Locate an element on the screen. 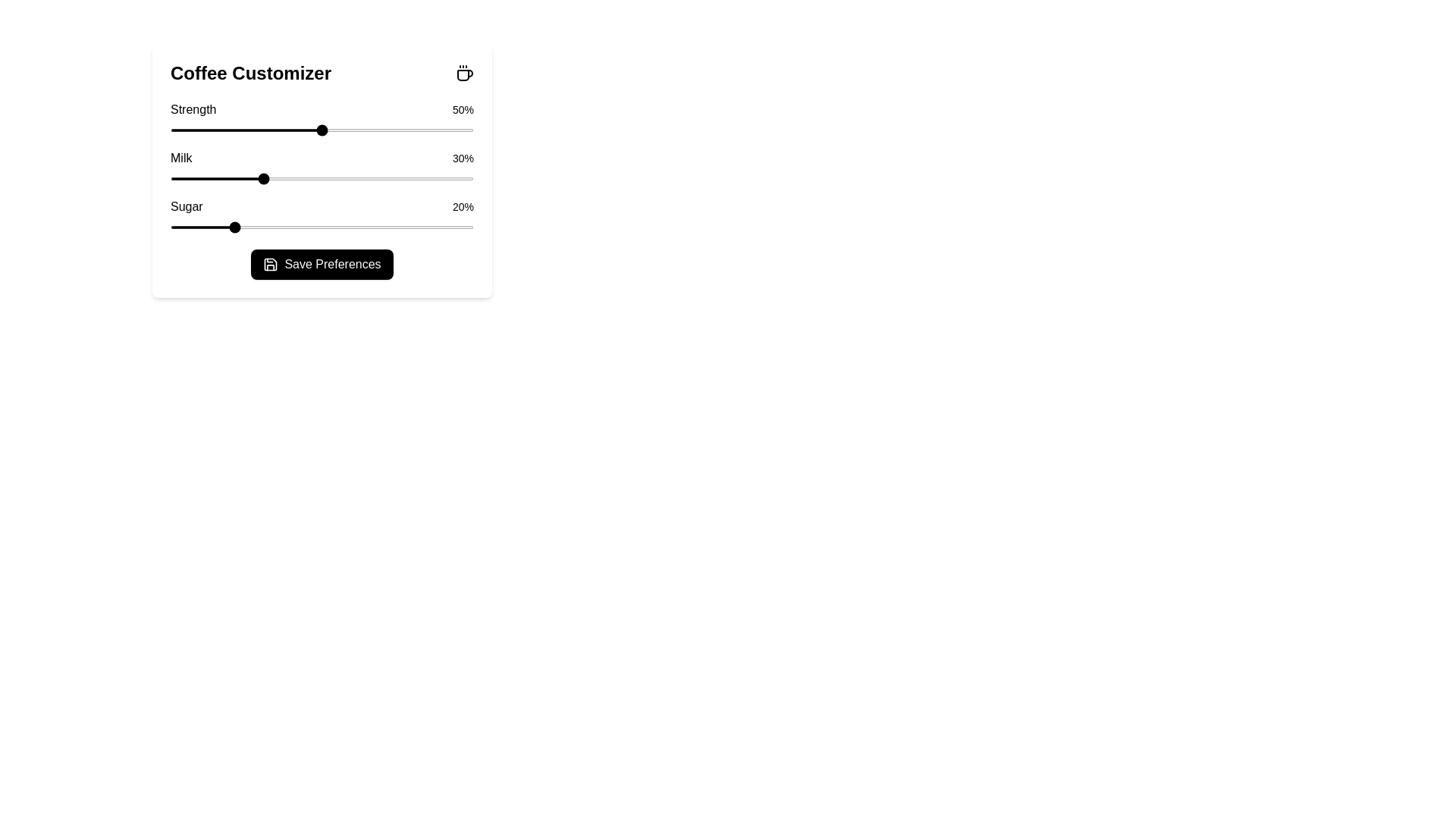 This screenshot has height=819, width=1456. the text label displaying '20%' which is located to the right of the 'Sugar' label in the same horizontal layout group is located at coordinates (462, 207).